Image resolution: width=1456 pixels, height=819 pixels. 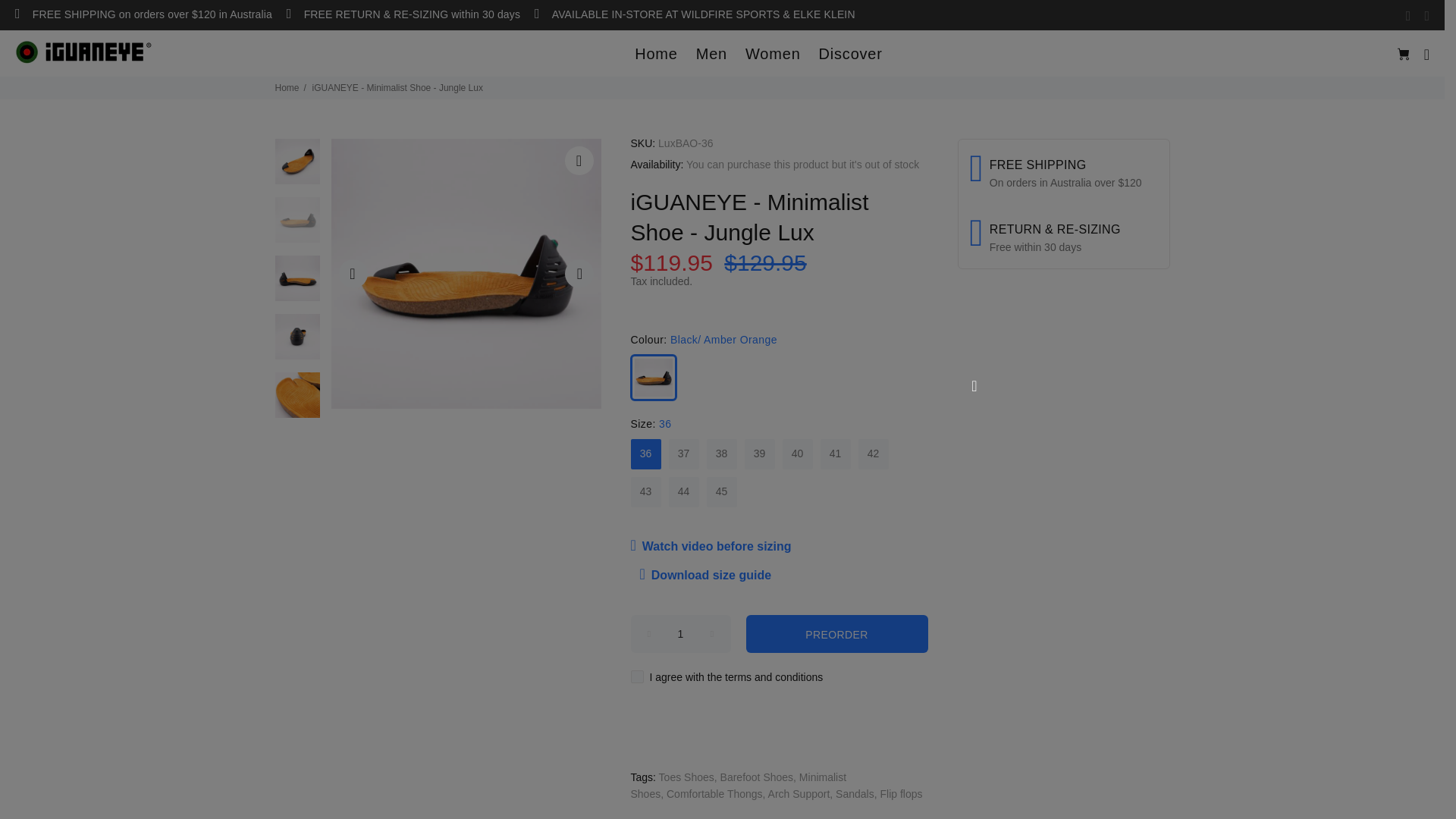 What do you see at coordinates (630, 491) in the screenshot?
I see `'43'` at bounding box center [630, 491].